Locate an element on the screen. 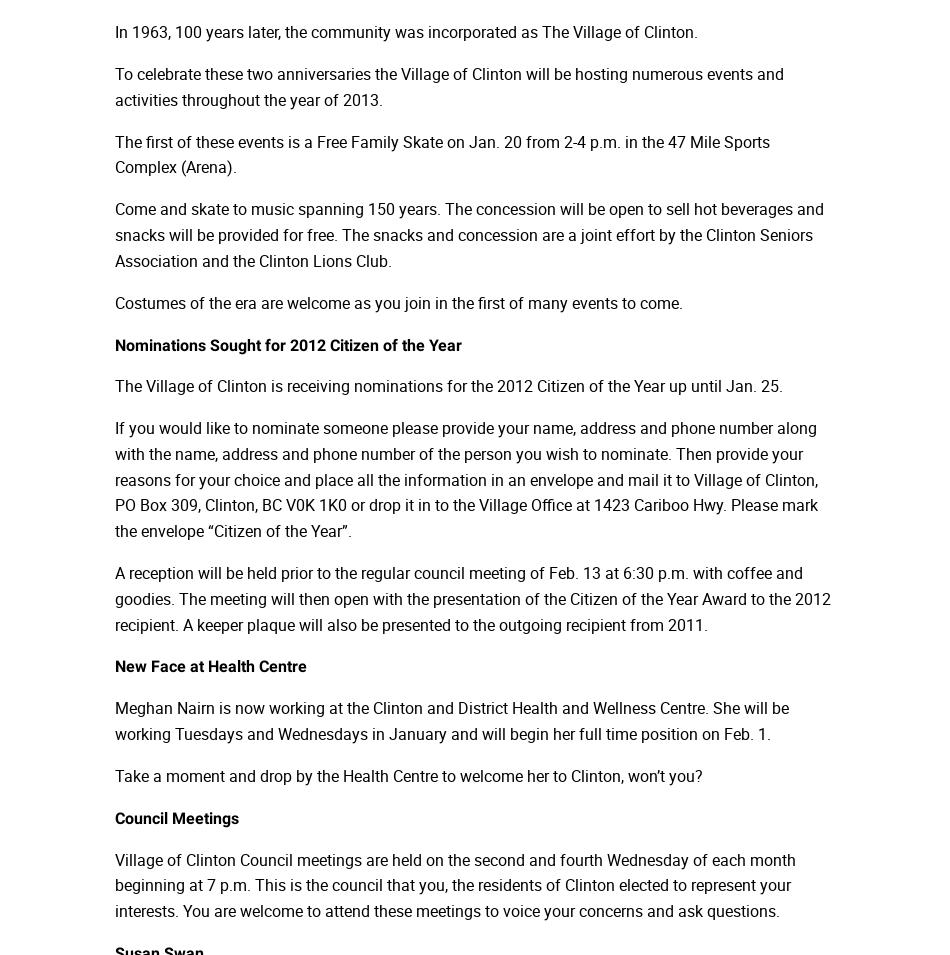  'Meghan Nairn is now working at the Clinton and District Health and Wellness Centre. She will be working Tuesdays and Wednesdays in January and will begin her full time position on Feb. 1.' is located at coordinates (451, 719).